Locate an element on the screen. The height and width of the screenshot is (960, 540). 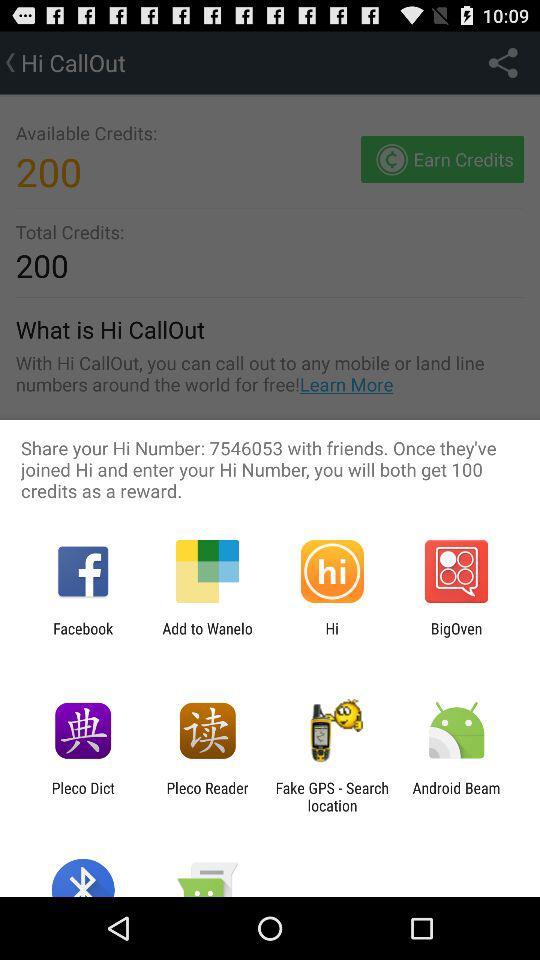
icon next to the fake gps search icon is located at coordinates (206, 796).